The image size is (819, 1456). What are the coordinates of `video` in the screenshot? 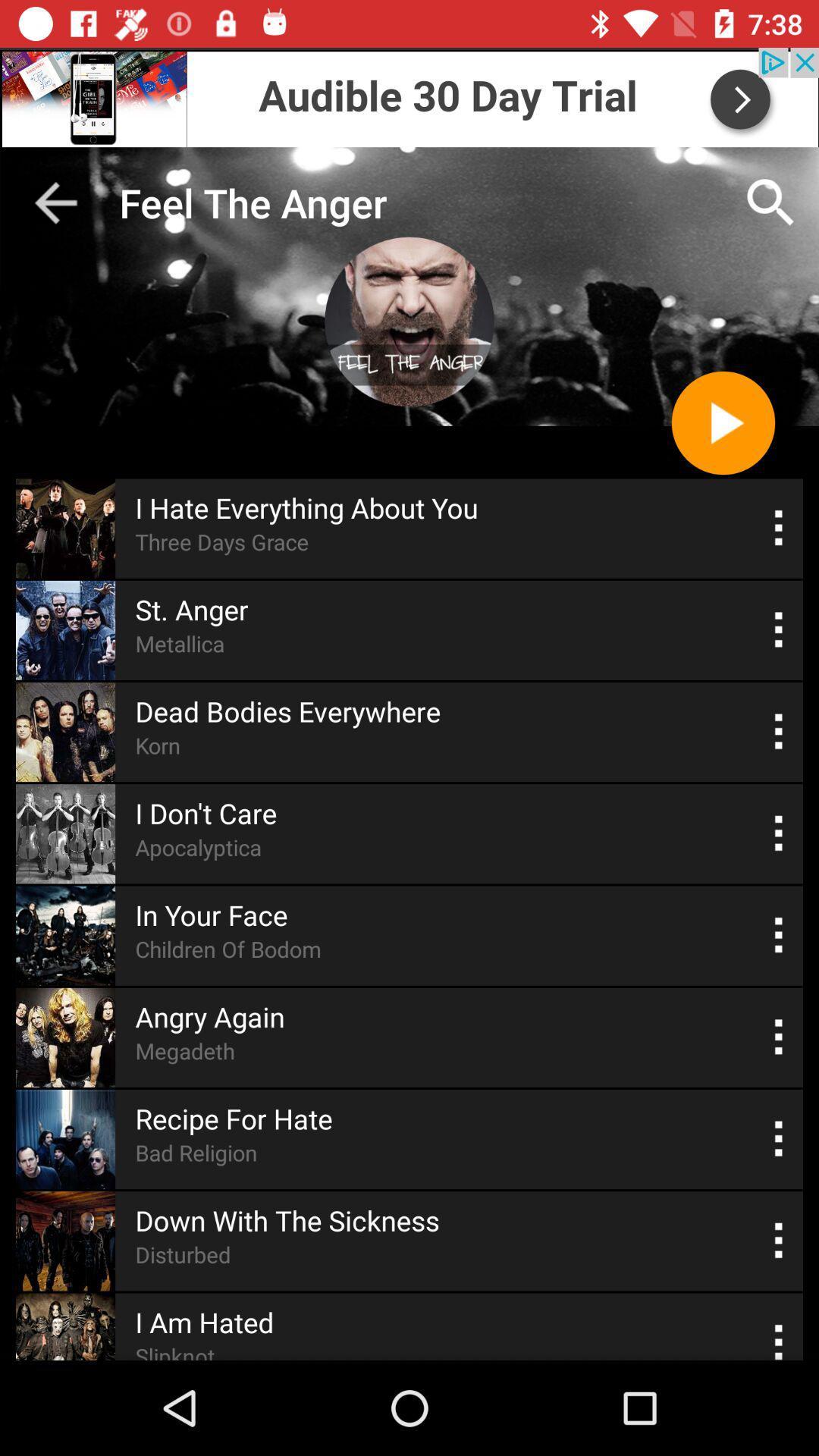 It's located at (722, 422).